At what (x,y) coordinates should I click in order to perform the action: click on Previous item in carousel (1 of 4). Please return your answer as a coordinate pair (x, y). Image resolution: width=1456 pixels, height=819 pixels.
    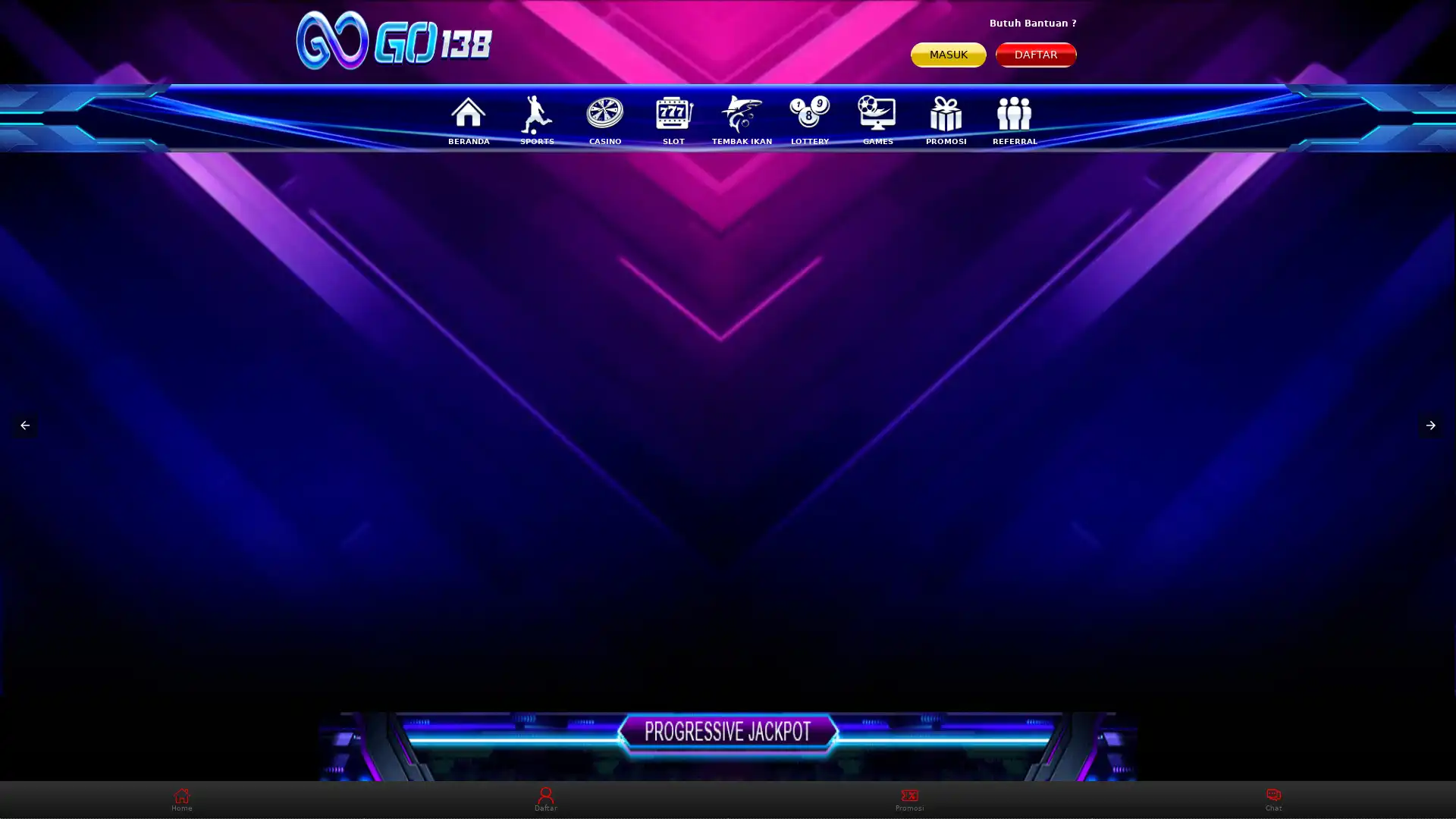
    Looking at the image, I should click on (25, 425).